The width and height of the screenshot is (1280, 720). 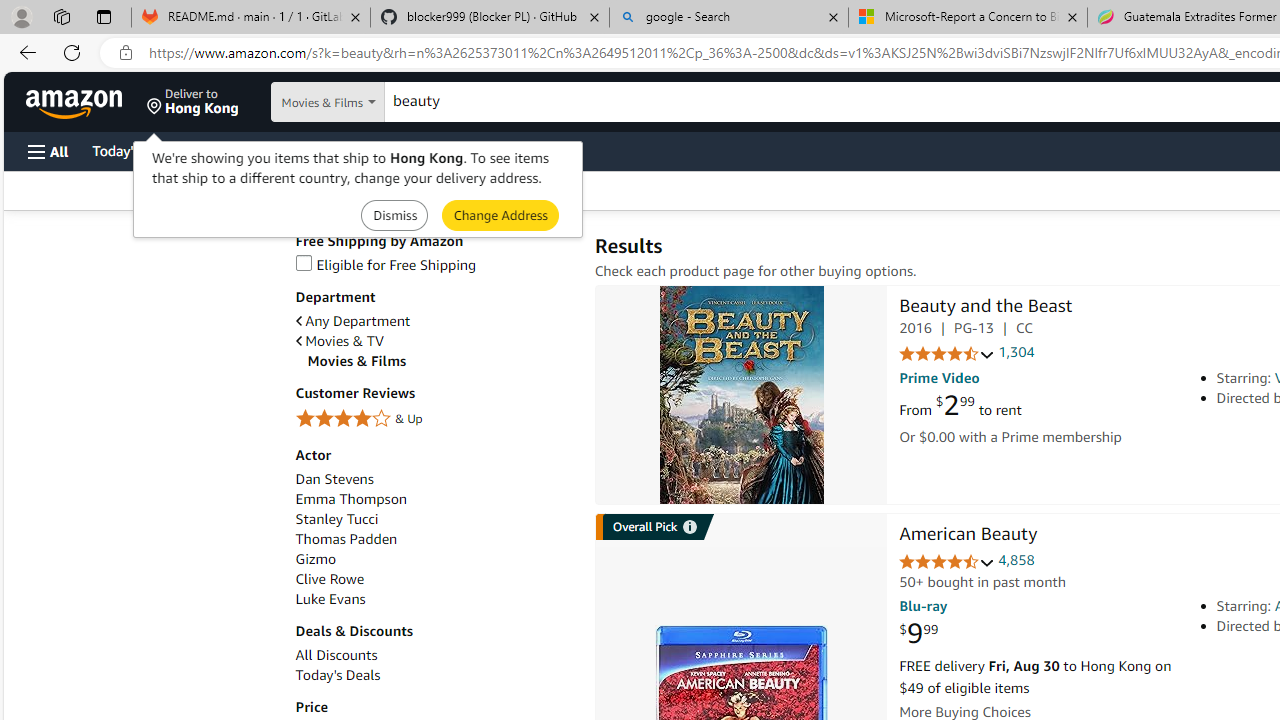 What do you see at coordinates (330, 598) in the screenshot?
I see `'Luke Evans'` at bounding box center [330, 598].